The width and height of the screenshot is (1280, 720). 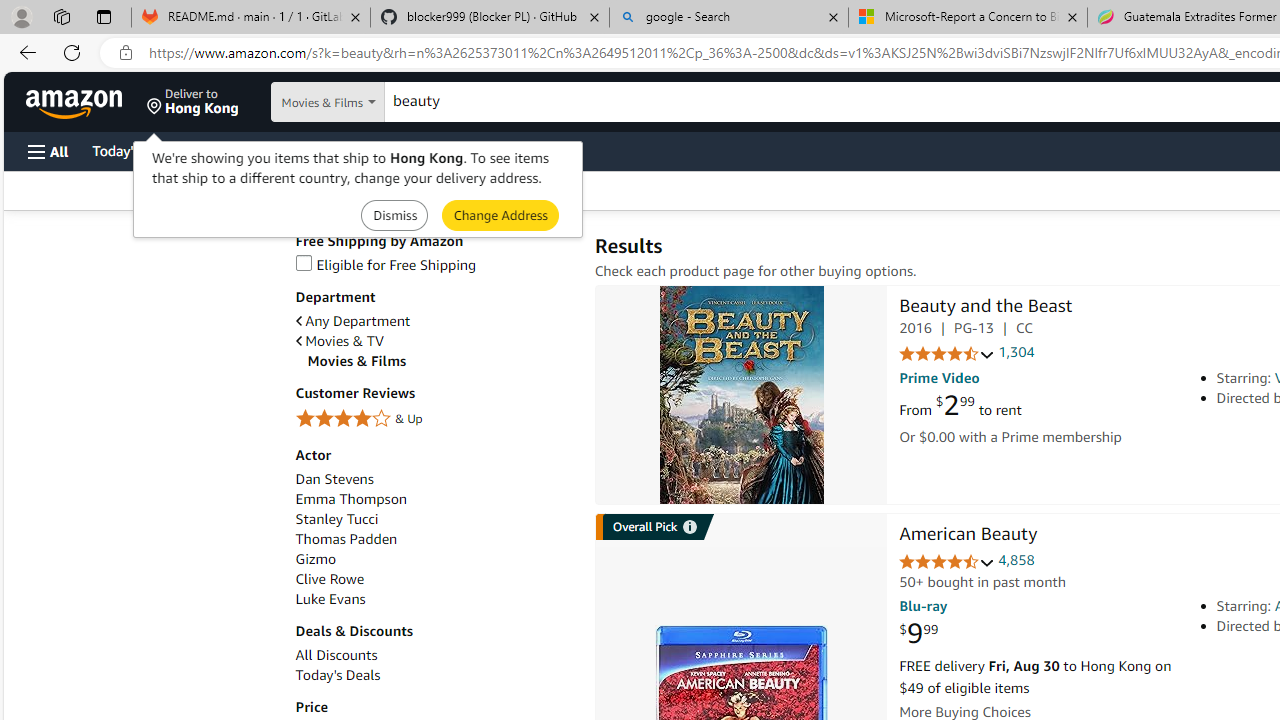 What do you see at coordinates (330, 598) in the screenshot?
I see `'Luke Evans'` at bounding box center [330, 598].